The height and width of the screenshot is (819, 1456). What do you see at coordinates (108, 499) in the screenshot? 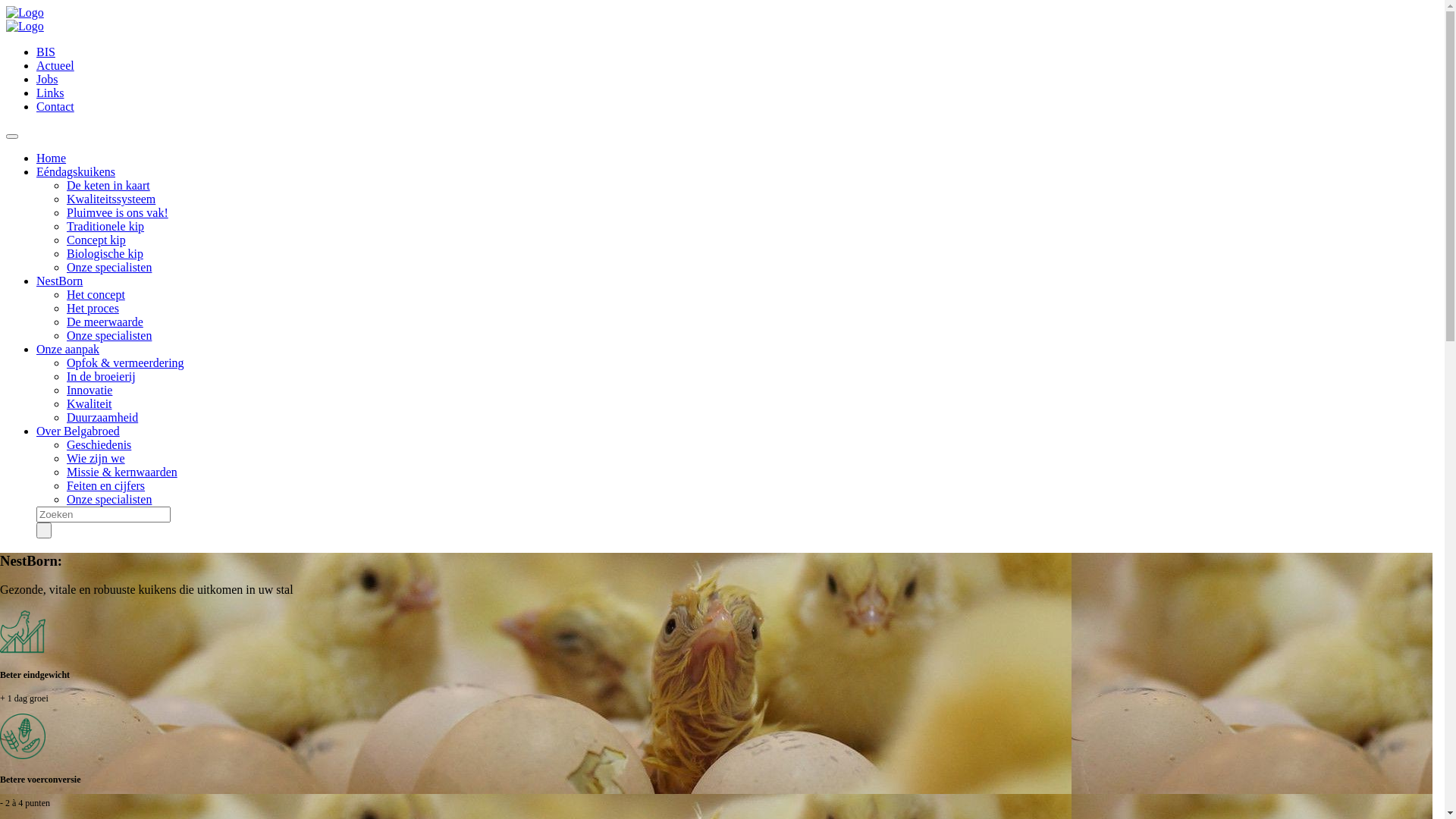
I see `'Onze specialisten'` at bounding box center [108, 499].